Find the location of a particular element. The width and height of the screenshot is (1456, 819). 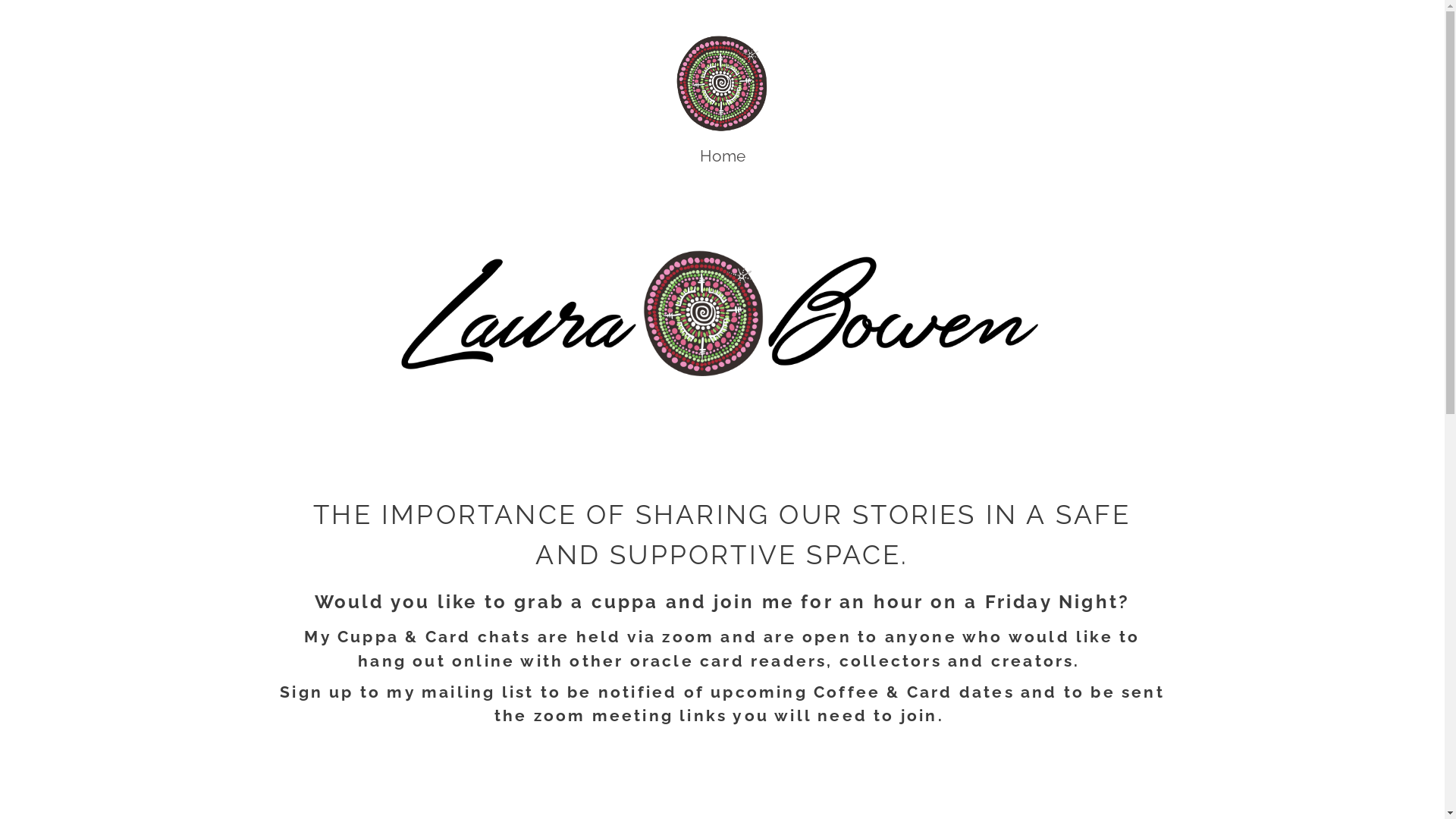

'Home' is located at coordinates (698, 155).